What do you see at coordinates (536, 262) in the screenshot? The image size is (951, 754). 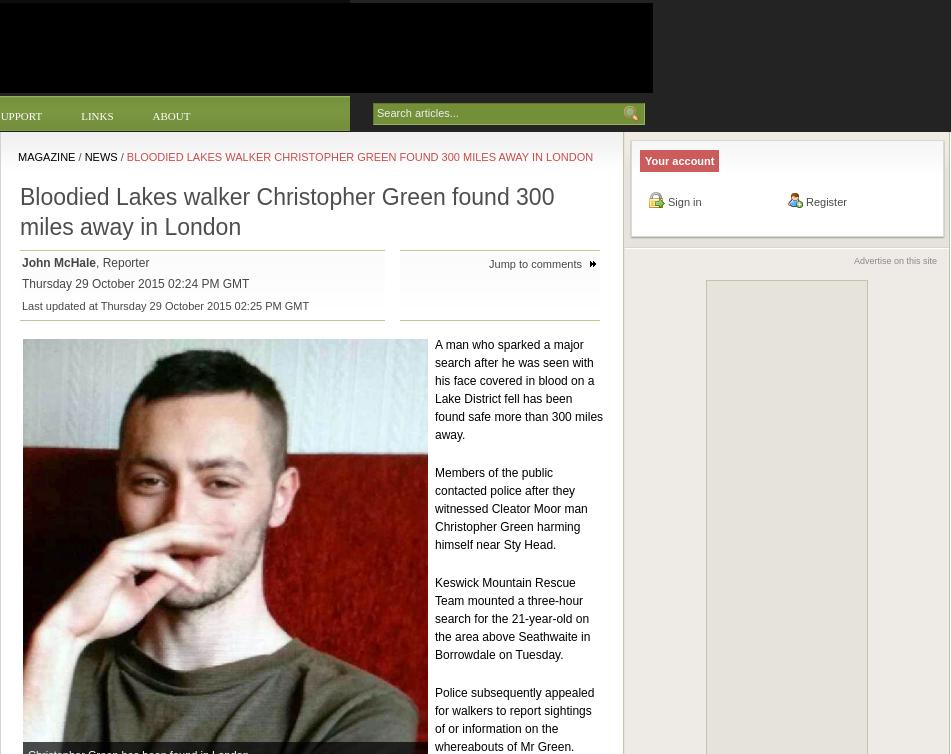 I see `'Jump to comments'` at bounding box center [536, 262].